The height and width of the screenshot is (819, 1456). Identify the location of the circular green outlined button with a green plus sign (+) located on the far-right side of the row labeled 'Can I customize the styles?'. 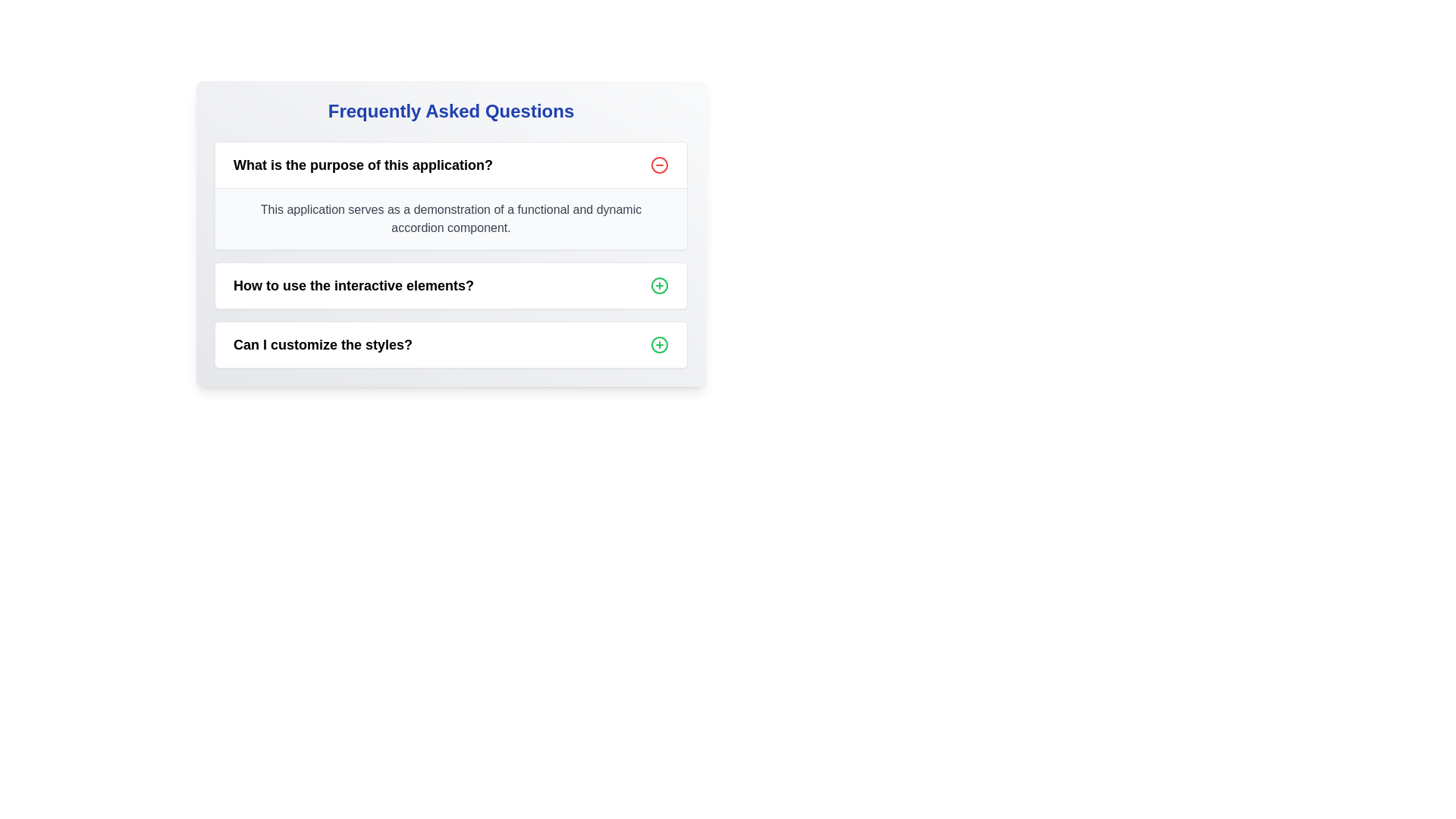
(659, 345).